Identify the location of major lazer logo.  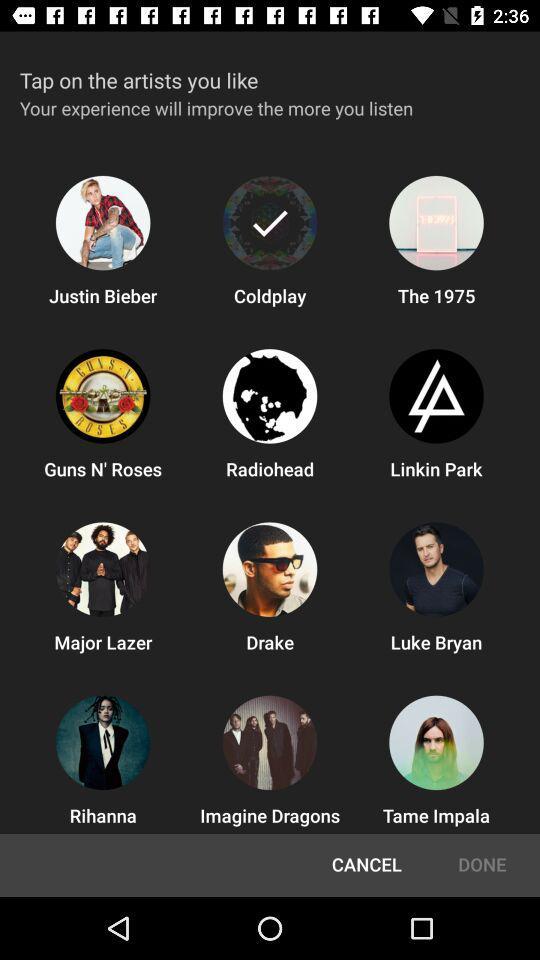
(102, 569).